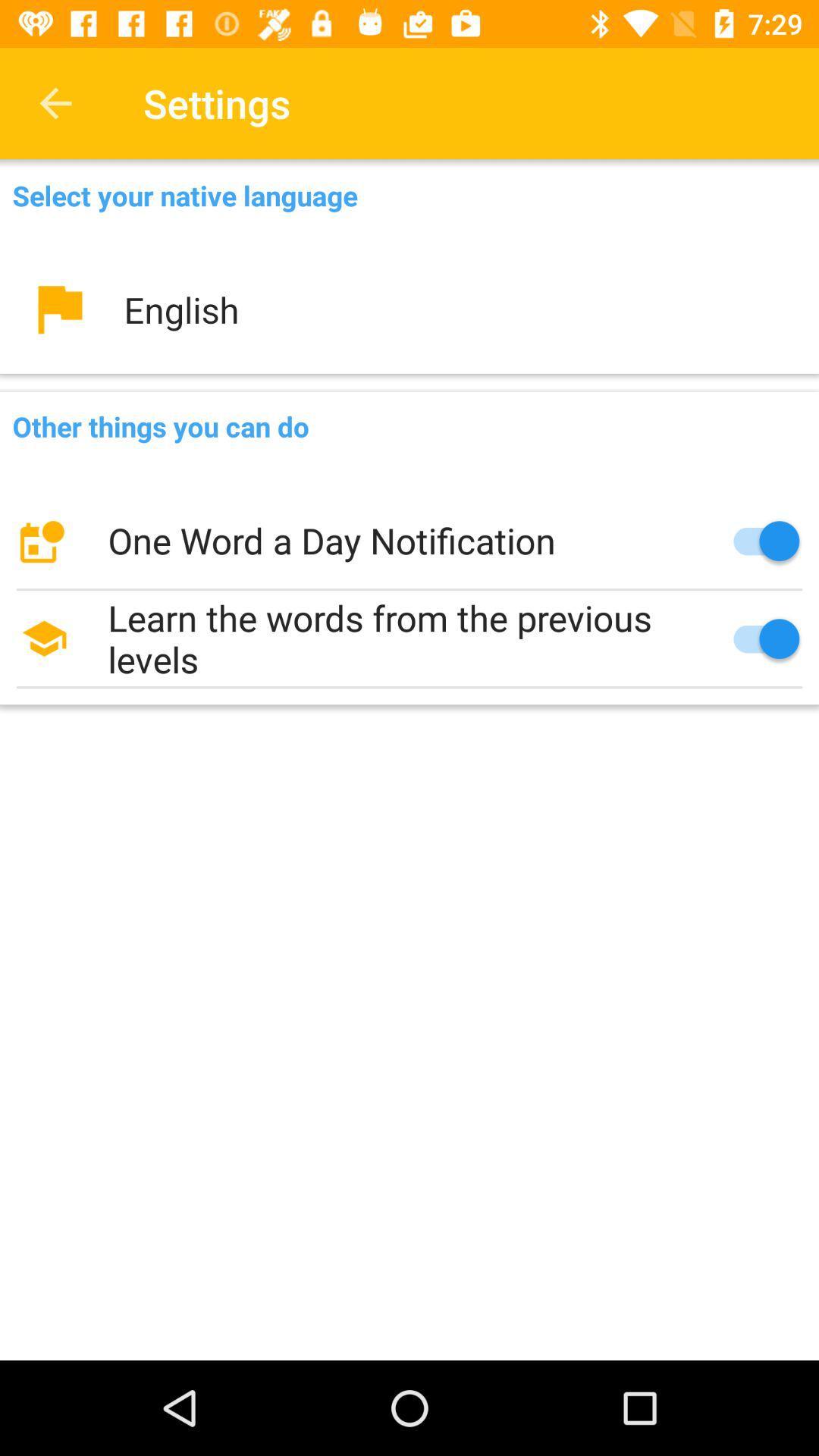 Image resolution: width=819 pixels, height=1456 pixels. Describe the element at coordinates (409, 639) in the screenshot. I see `learn the words icon` at that location.